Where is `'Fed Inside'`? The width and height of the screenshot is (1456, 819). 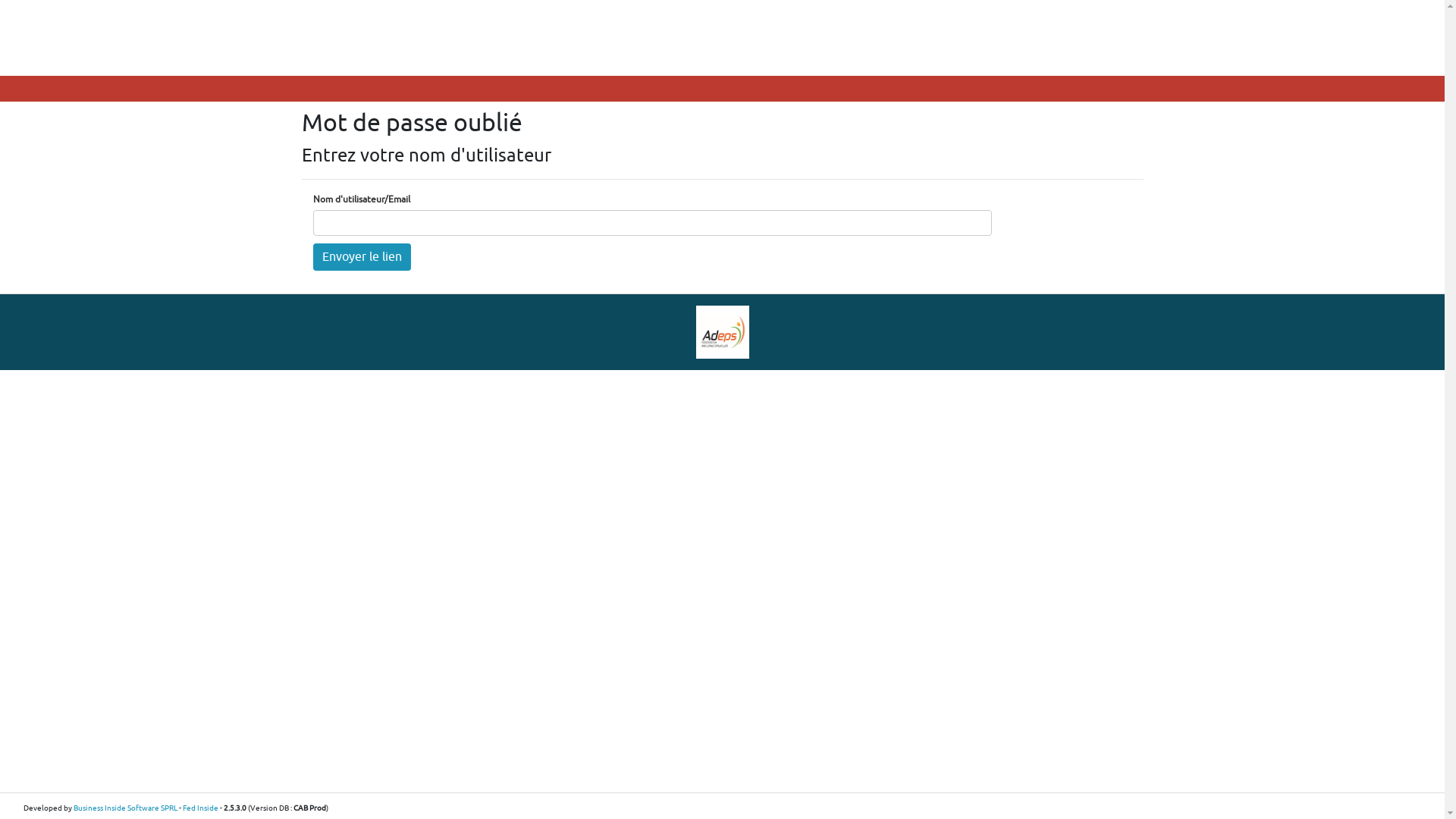 'Fed Inside' is located at coordinates (199, 807).